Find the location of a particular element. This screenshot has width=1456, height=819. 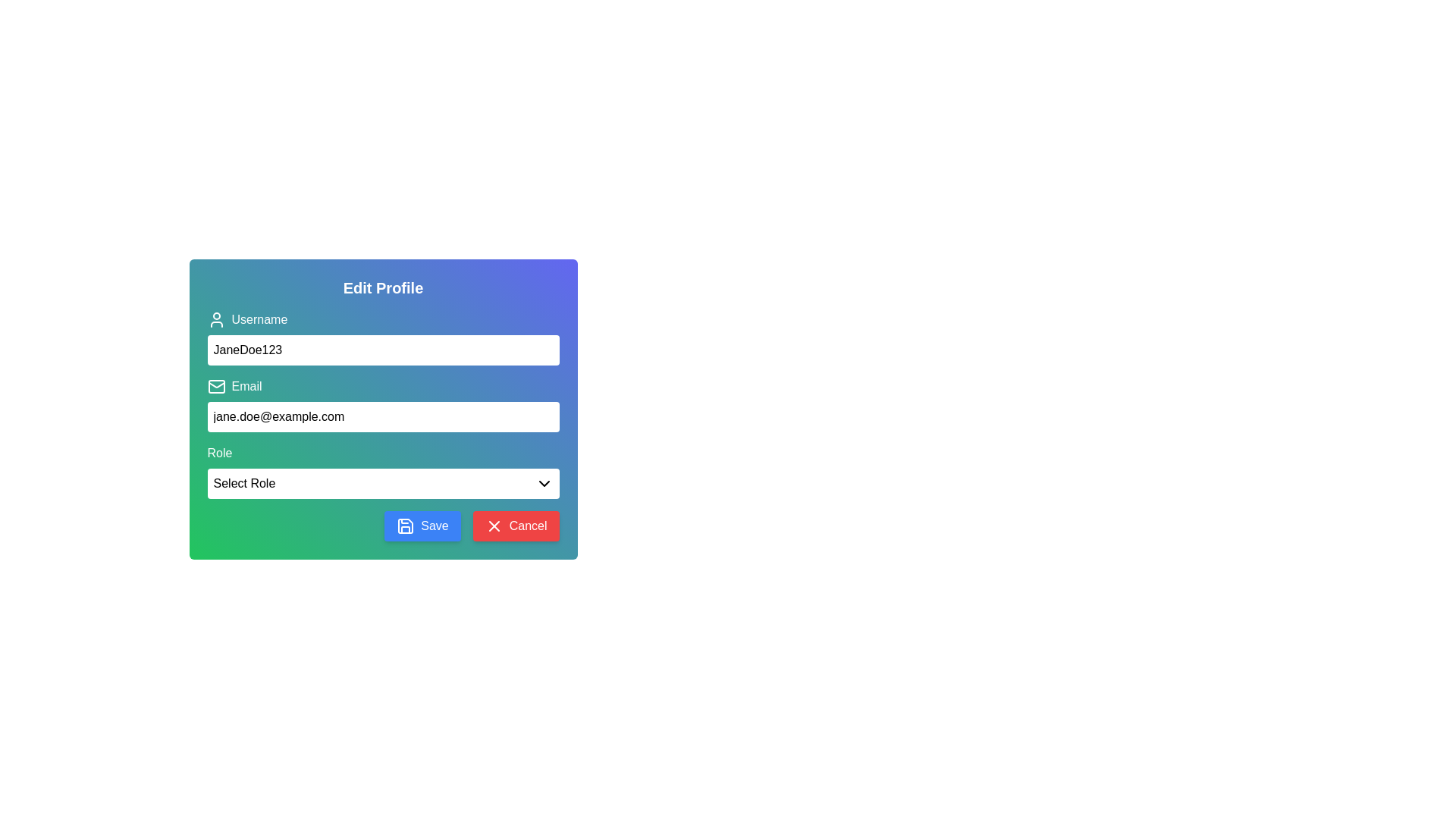

the 'Save' button, which is visually identified by the save icon is located at coordinates (405, 526).